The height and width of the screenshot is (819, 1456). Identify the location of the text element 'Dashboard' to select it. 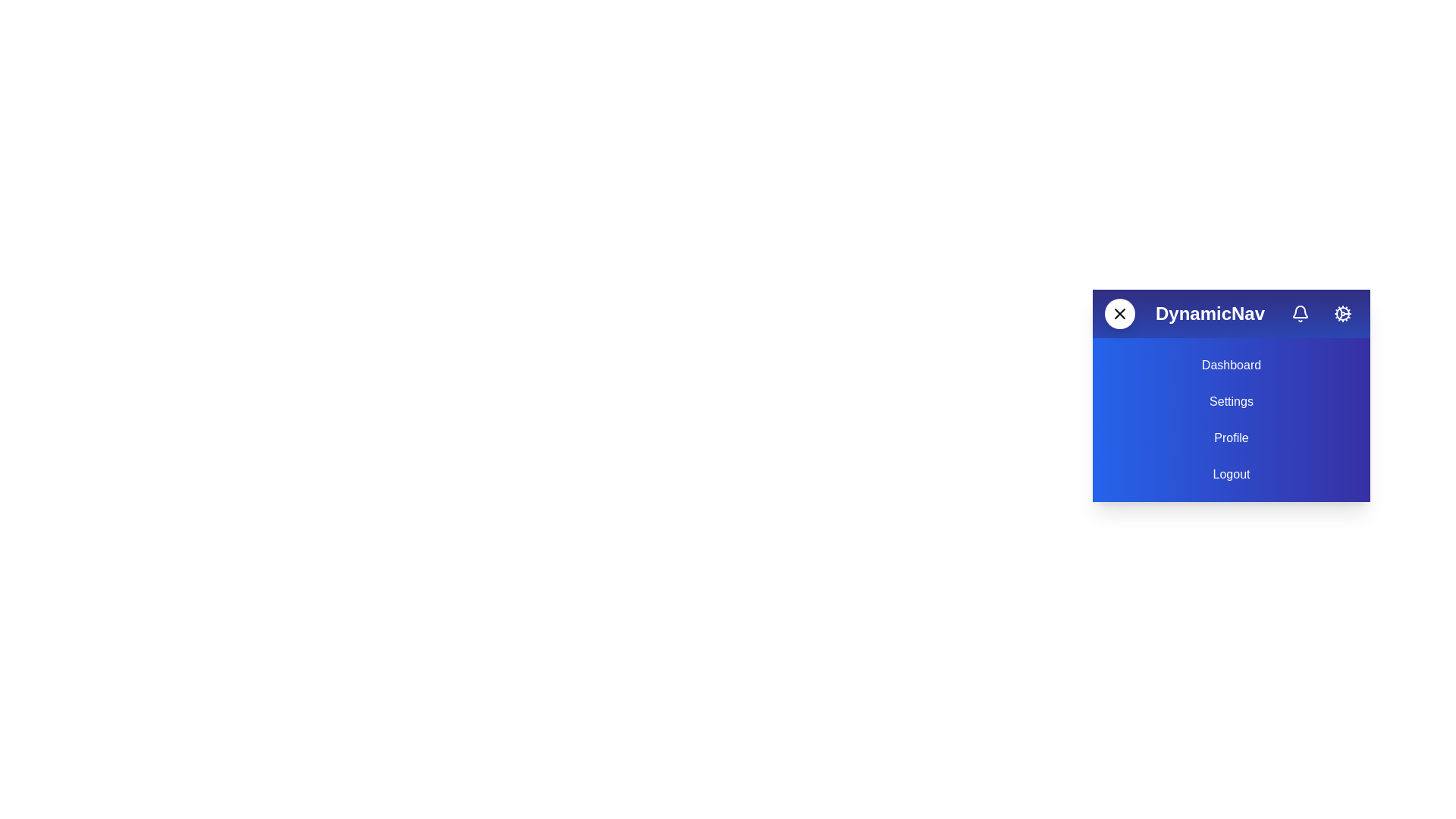
(1231, 366).